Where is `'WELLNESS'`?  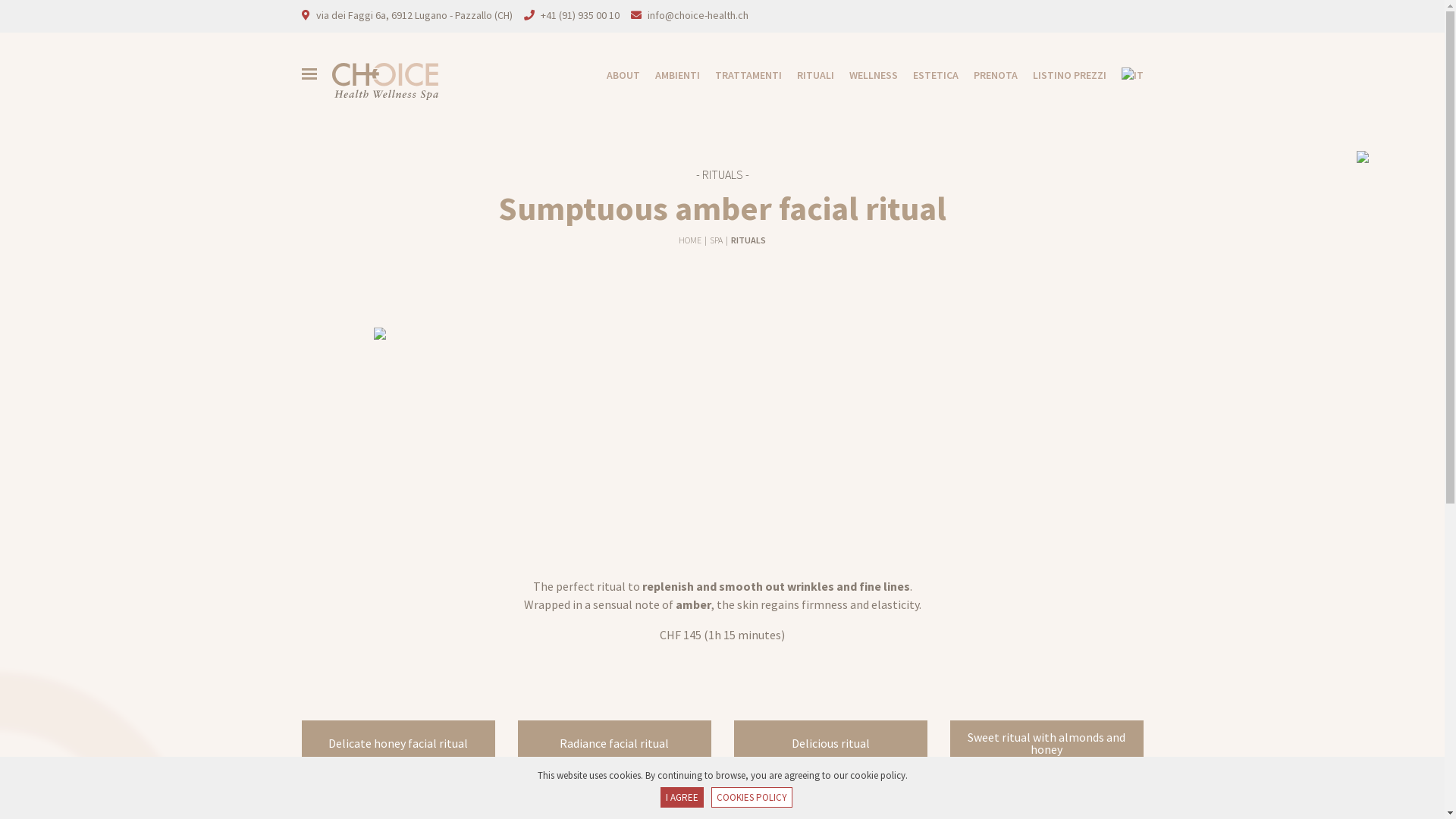
'WELLNESS' is located at coordinates (866, 75).